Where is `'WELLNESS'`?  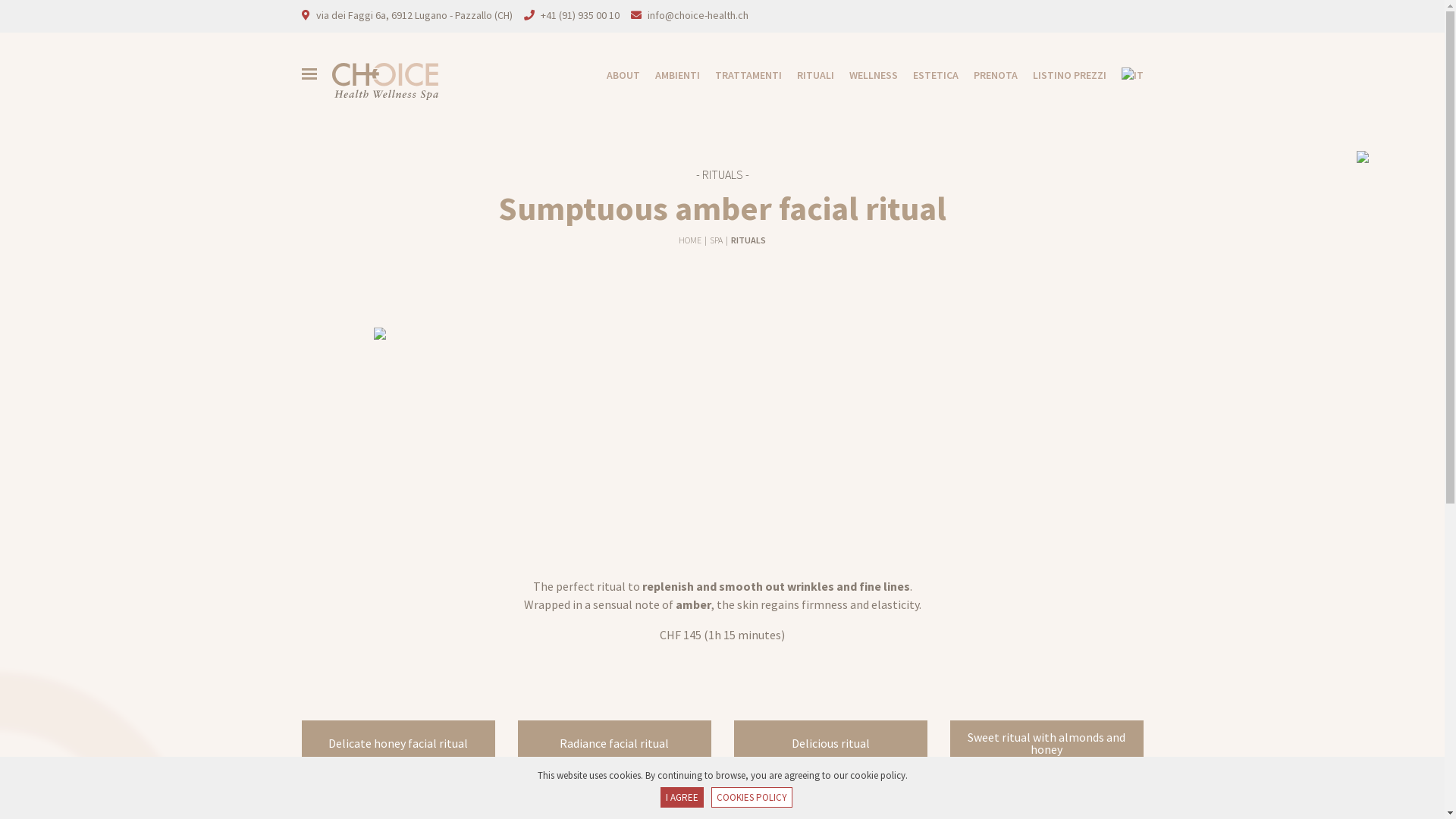
'WELLNESS' is located at coordinates (866, 75).